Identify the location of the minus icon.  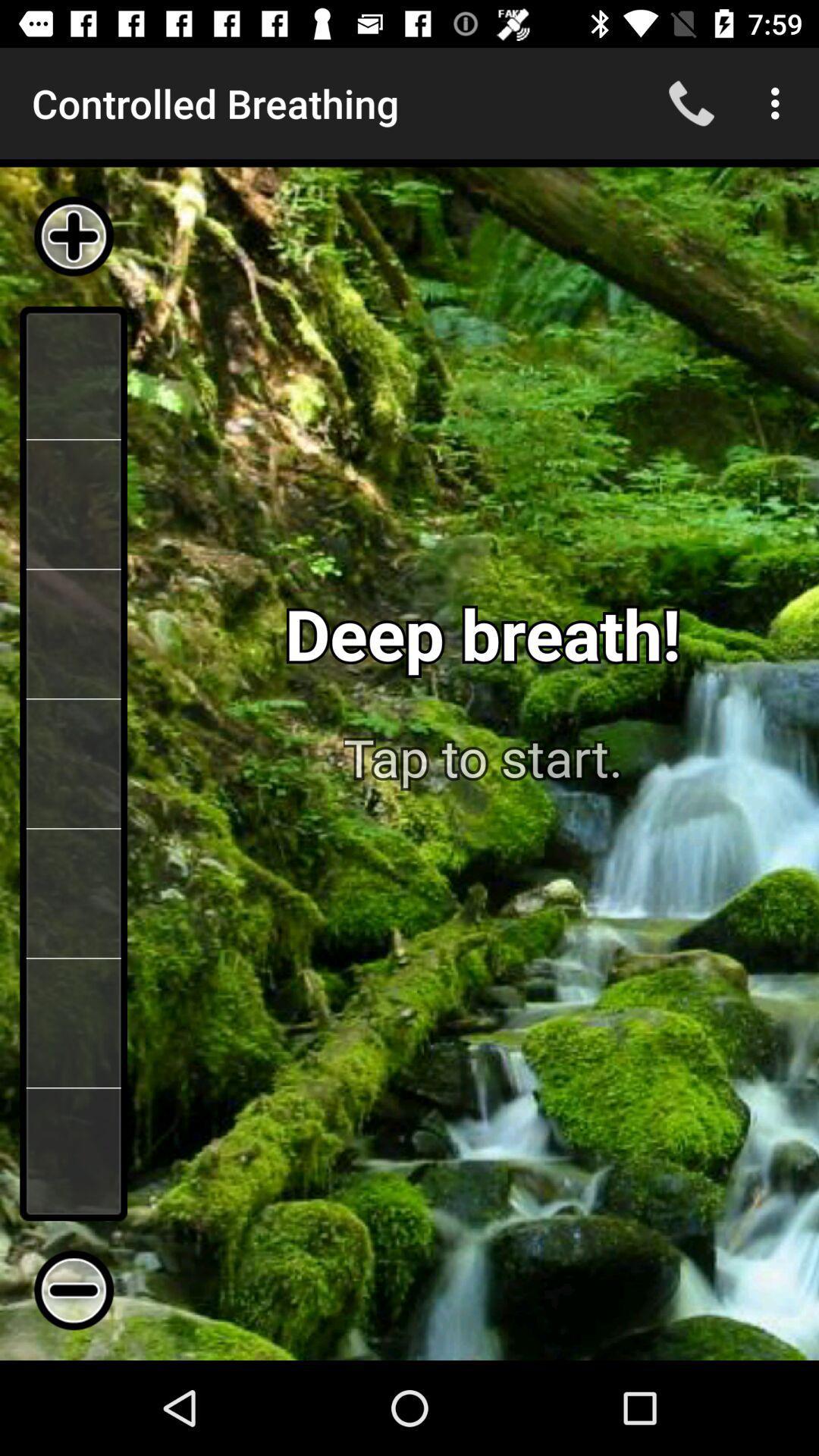
(74, 1290).